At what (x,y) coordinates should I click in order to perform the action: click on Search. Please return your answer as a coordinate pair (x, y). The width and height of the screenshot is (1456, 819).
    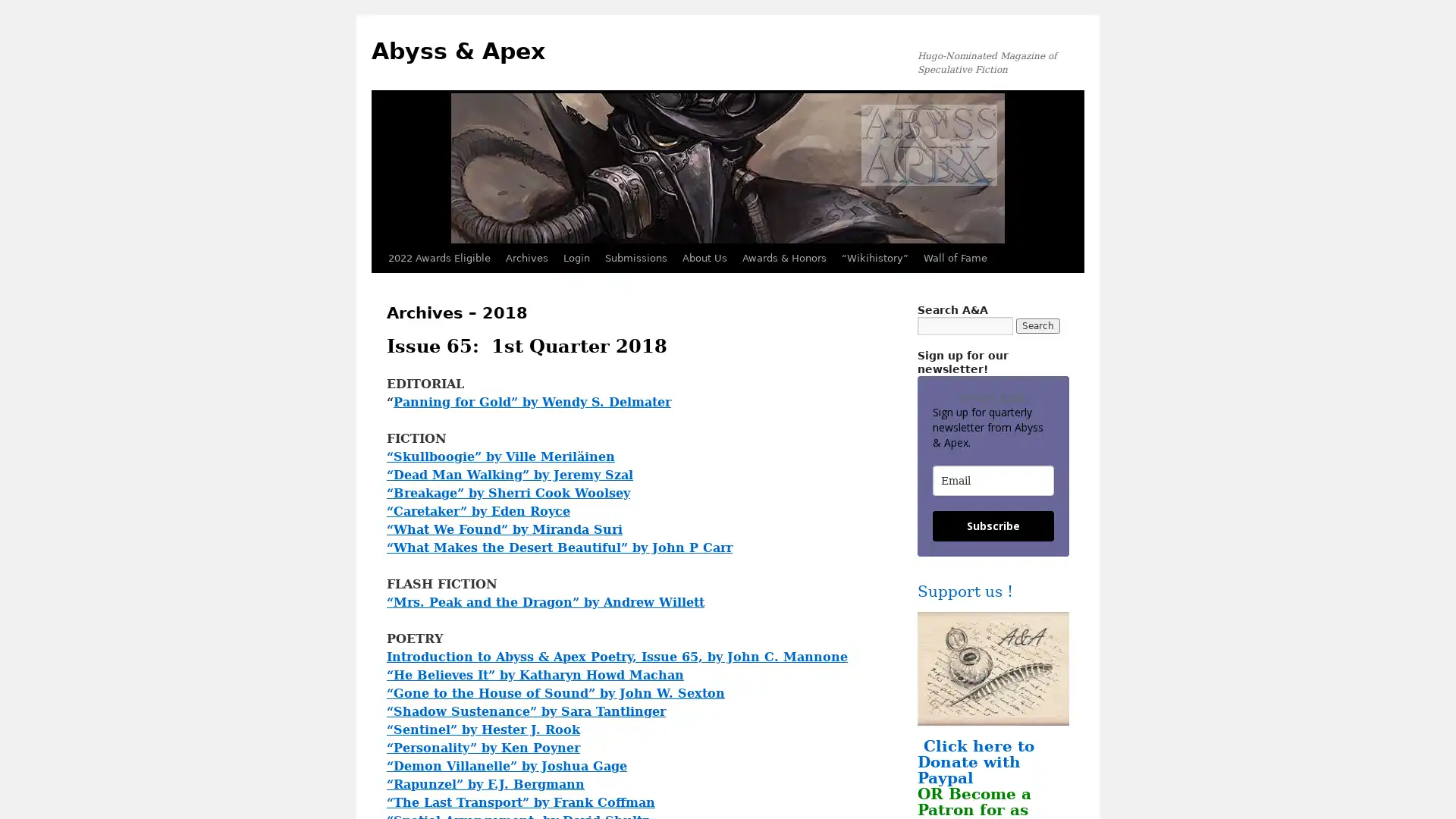
    Looking at the image, I should click on (1037, 325).